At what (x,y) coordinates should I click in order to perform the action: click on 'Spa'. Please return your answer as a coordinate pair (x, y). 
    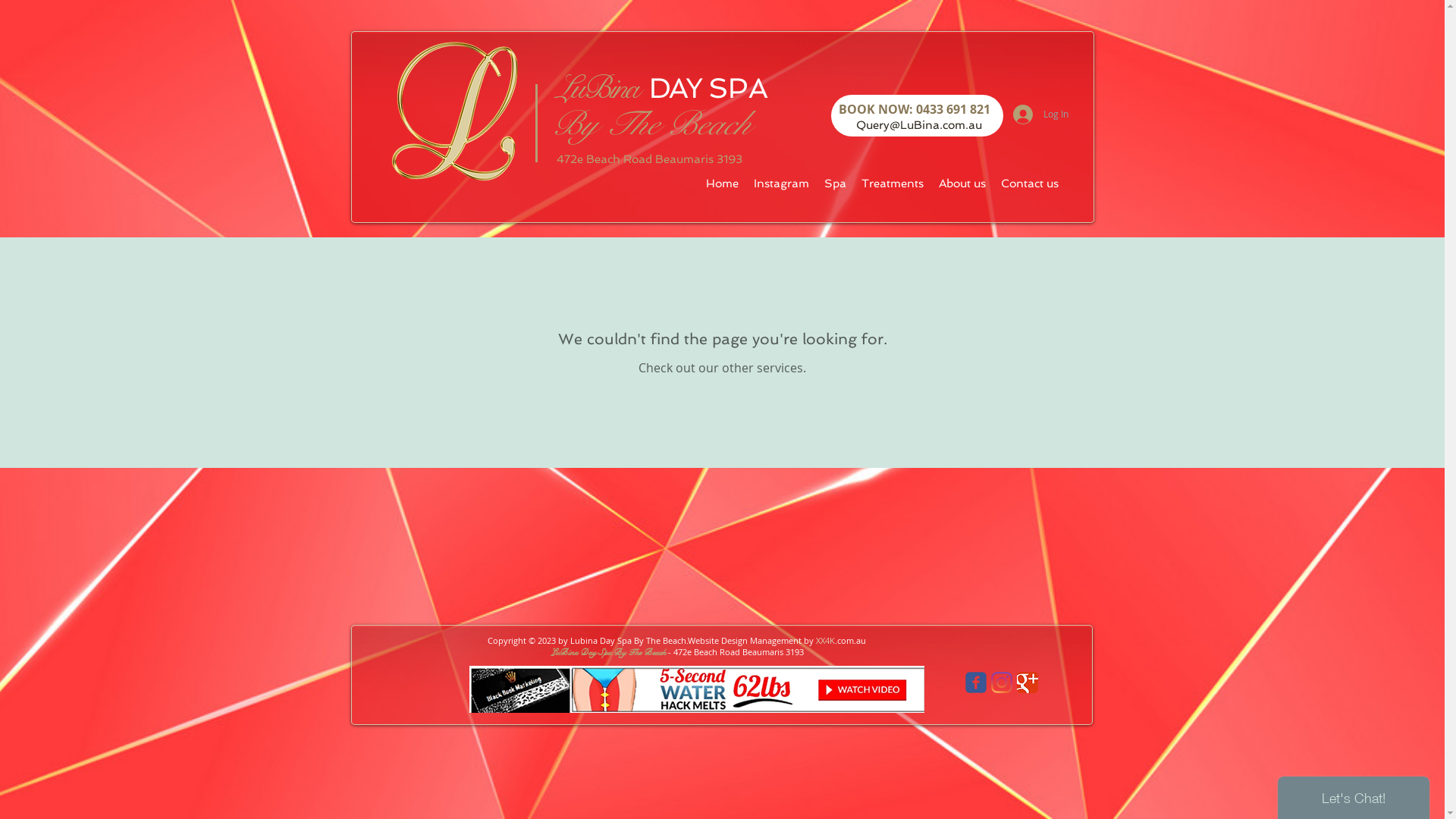
    Looking at the image, I should click on (833, 183).